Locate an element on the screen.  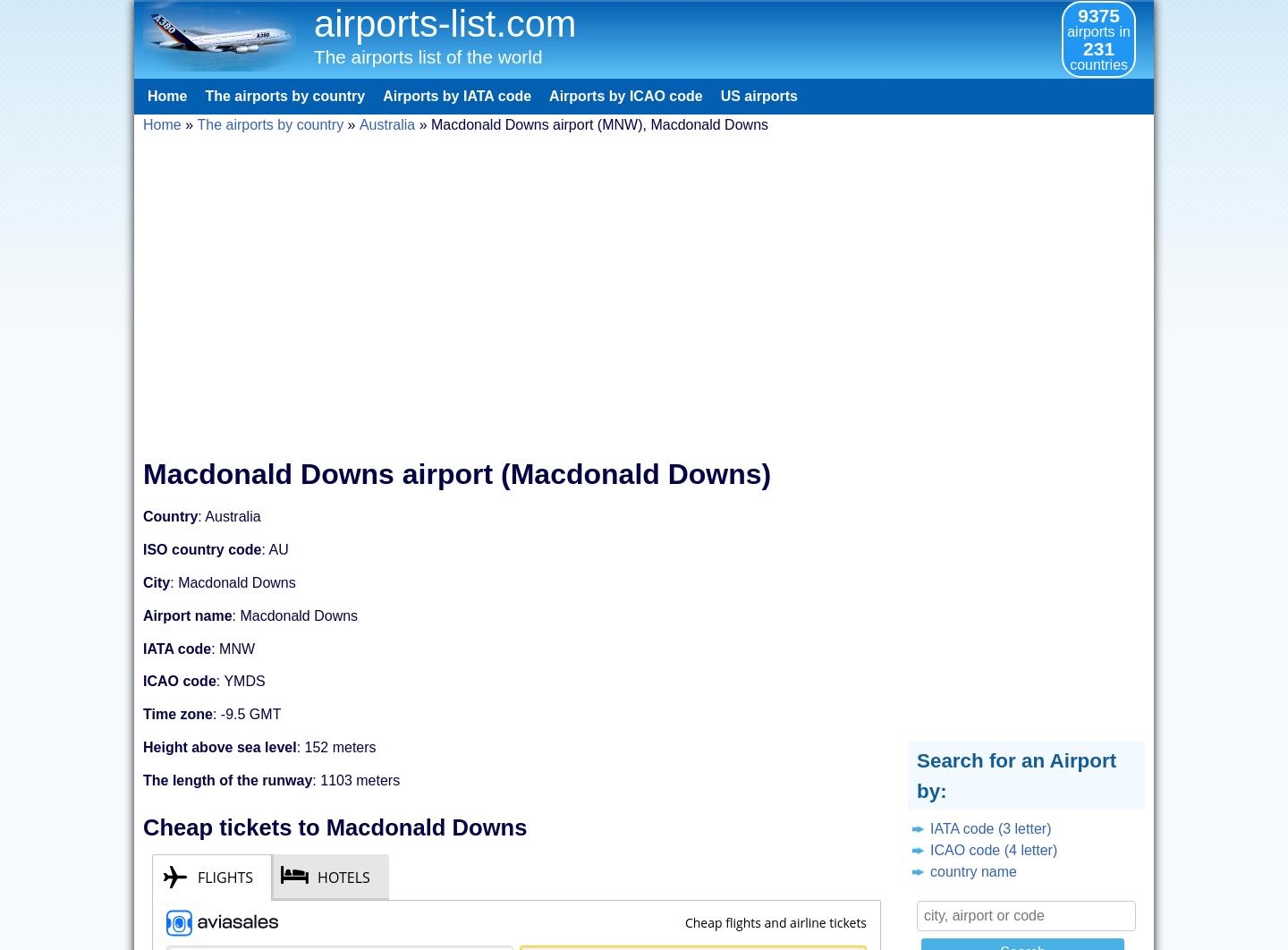
'IATA code' is located at coordinates (141, 648).